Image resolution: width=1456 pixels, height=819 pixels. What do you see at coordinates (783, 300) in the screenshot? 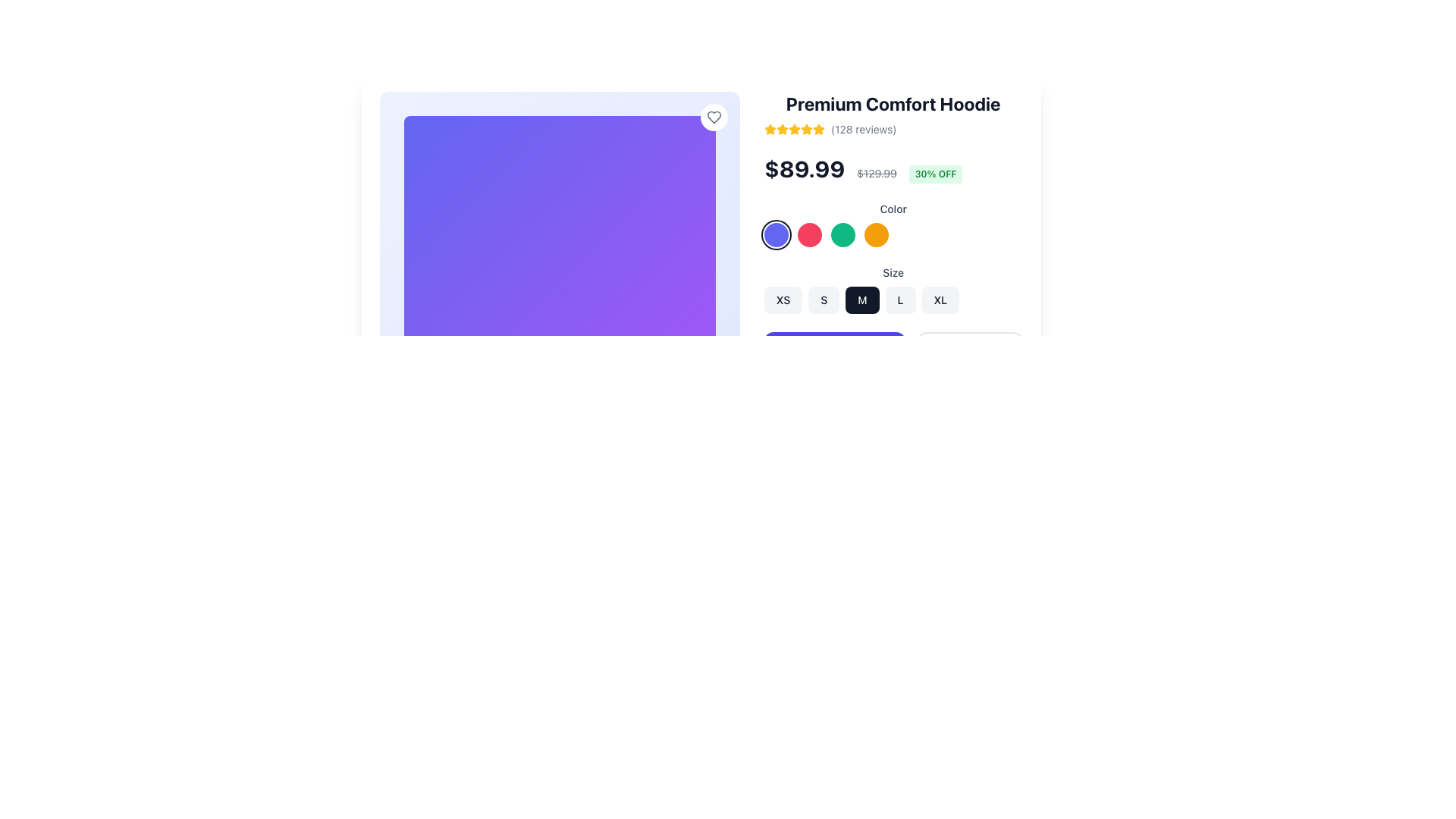
I see `the 'XS' button, which is a rectangular button with rounded corners and a light gray background, to observe the styling changes` at bounding box center [783, 300].